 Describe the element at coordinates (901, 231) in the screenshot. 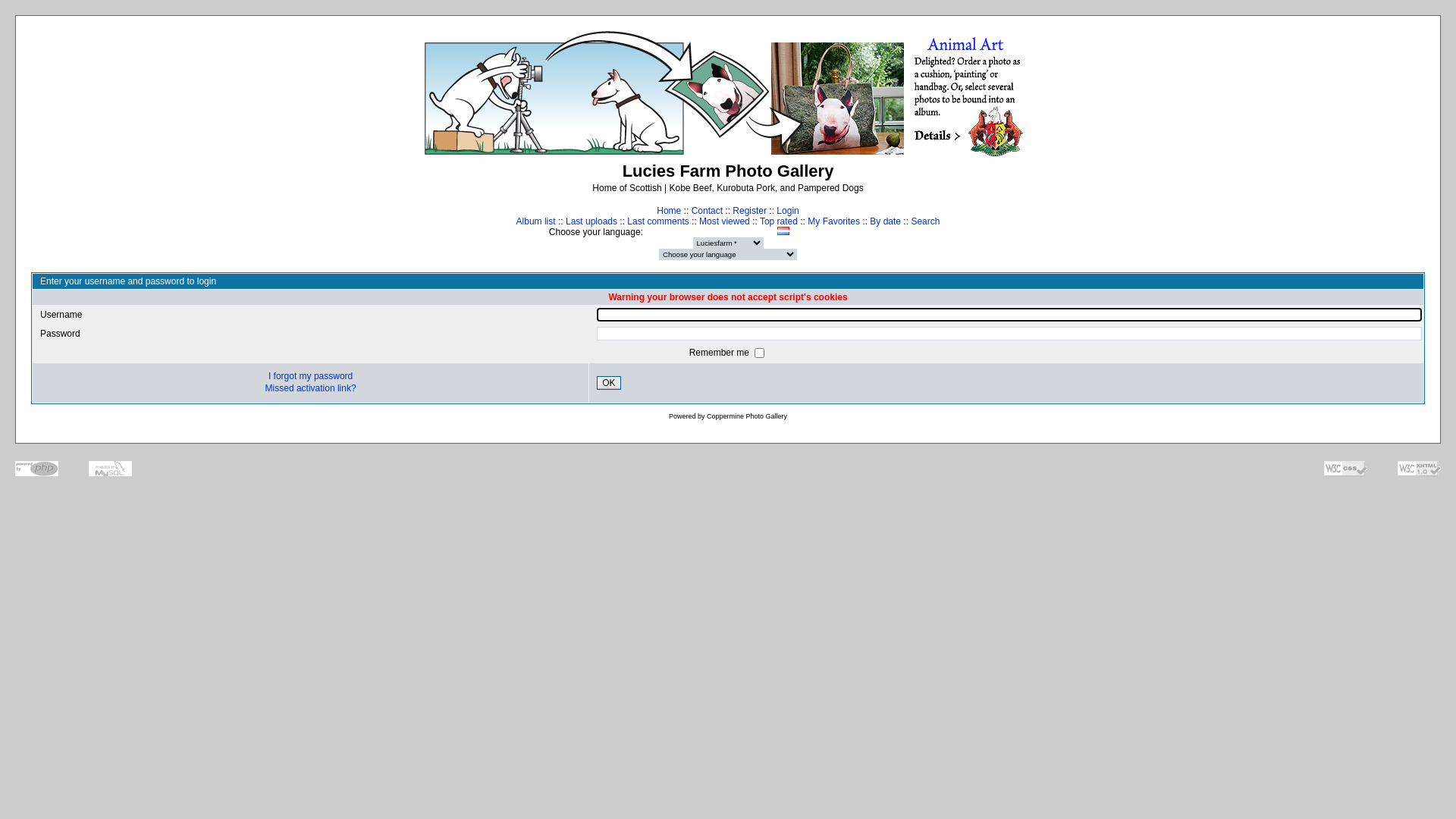

I see `'Default language'` at that location.